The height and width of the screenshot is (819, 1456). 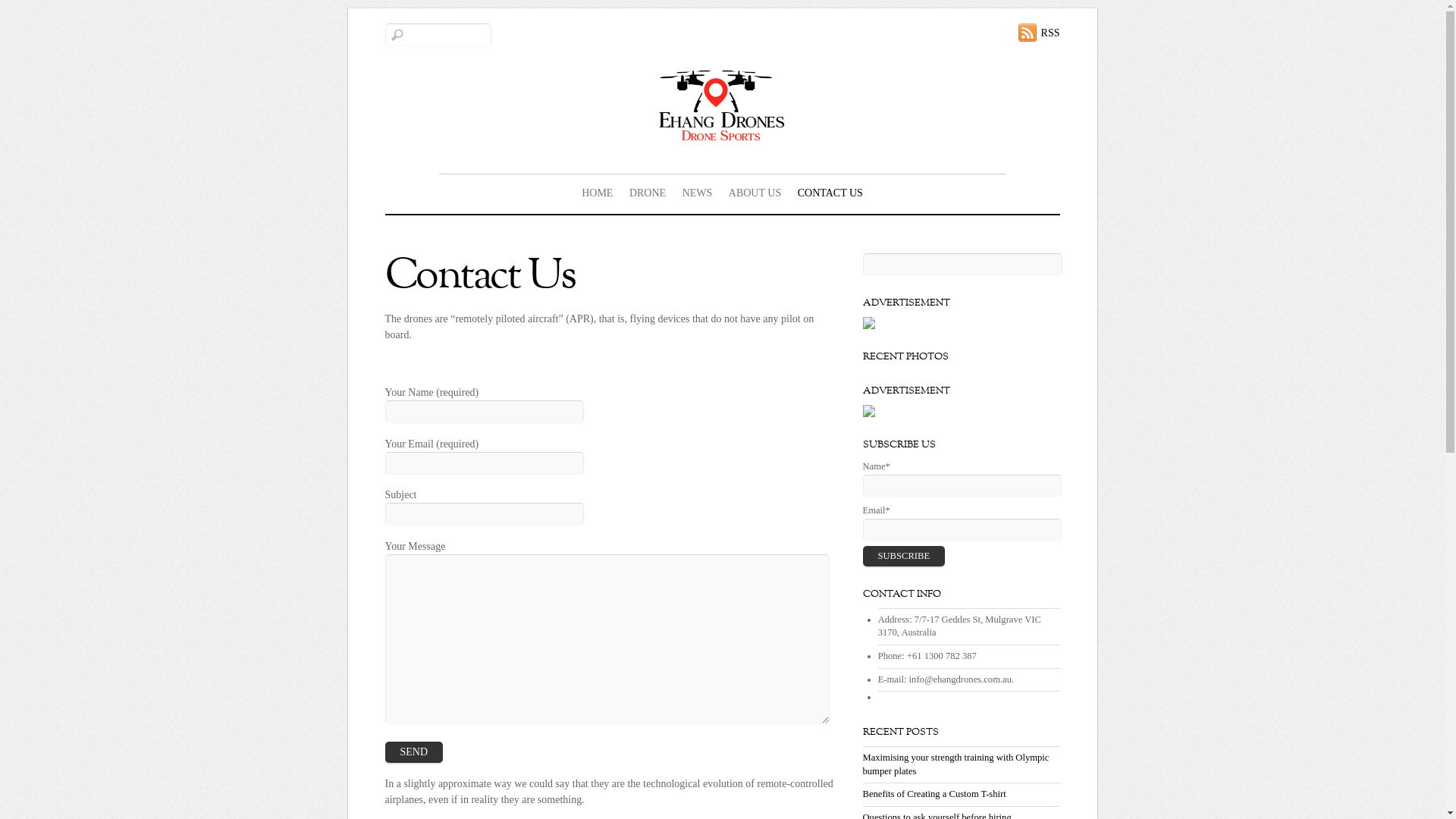 I want to click on 'Search', so click(x=437, y=34).